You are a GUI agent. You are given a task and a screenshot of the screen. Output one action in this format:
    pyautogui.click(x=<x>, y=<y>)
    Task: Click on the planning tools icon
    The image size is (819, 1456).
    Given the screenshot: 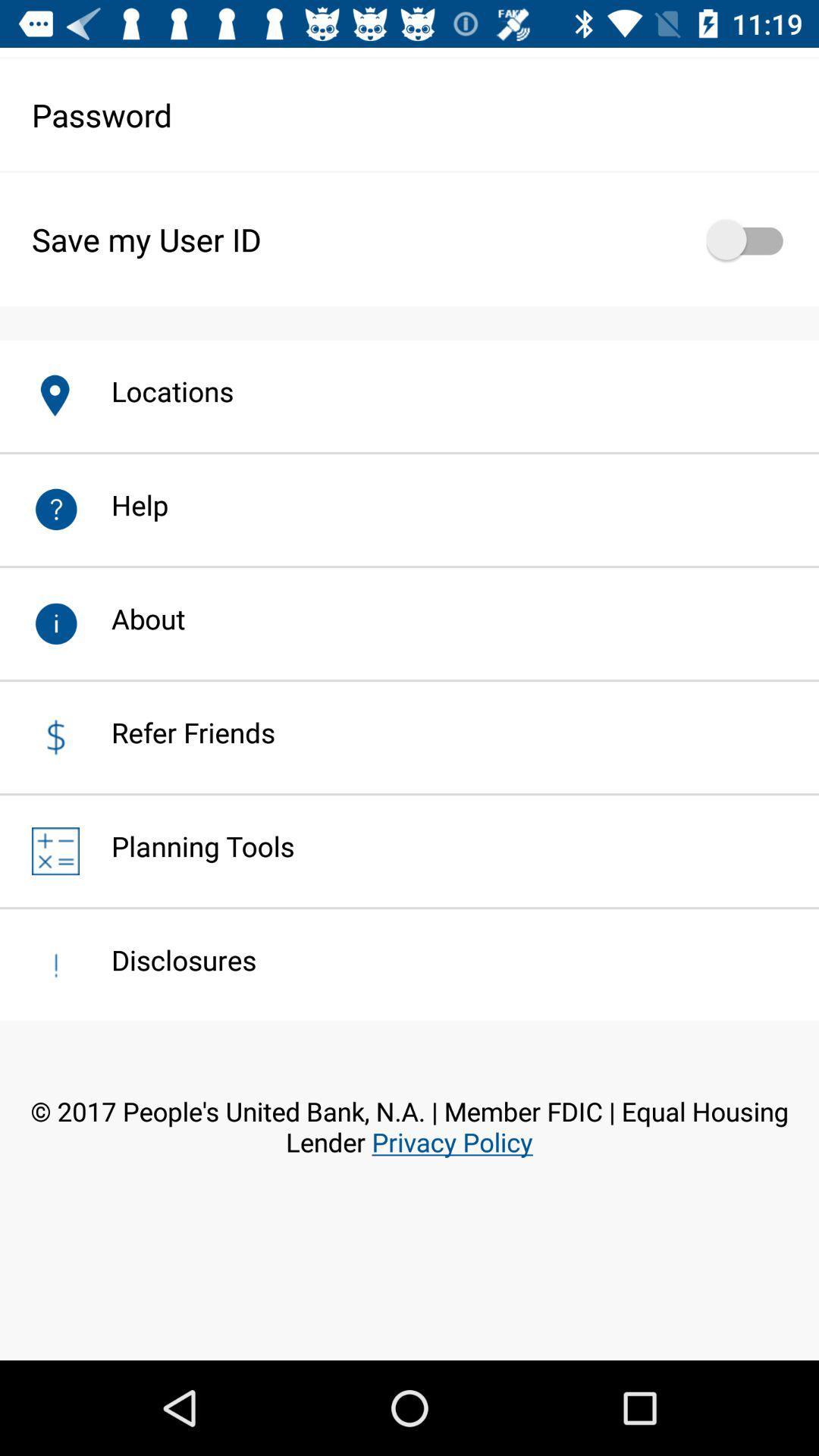 What is the action you would take?
    pyautogui.click(x=186, y=846)
    